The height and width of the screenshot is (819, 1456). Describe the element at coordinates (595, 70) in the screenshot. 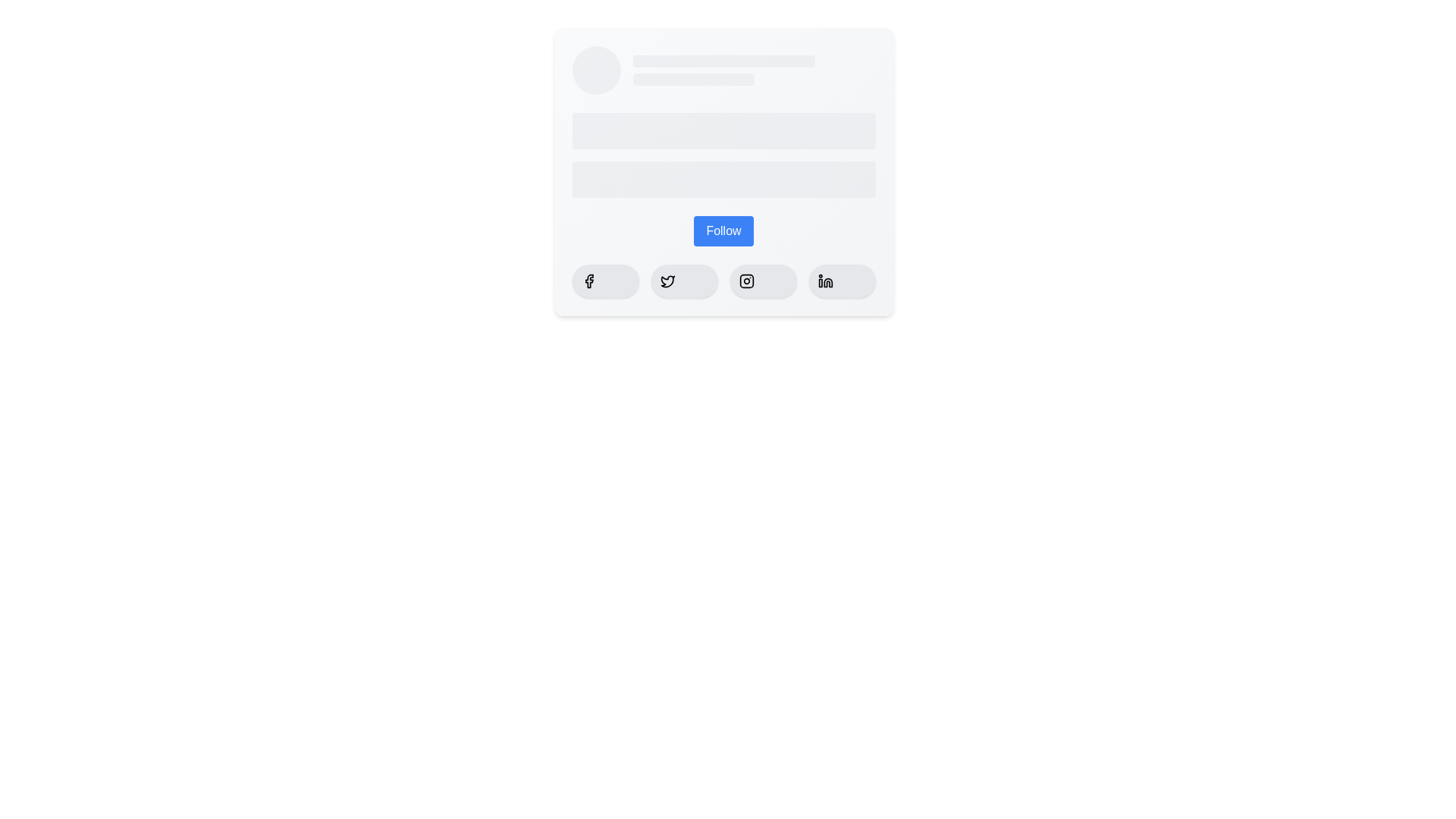

I see `the circular placeholder for a profile image located at the top-left corner of the card-like layout` at that location.